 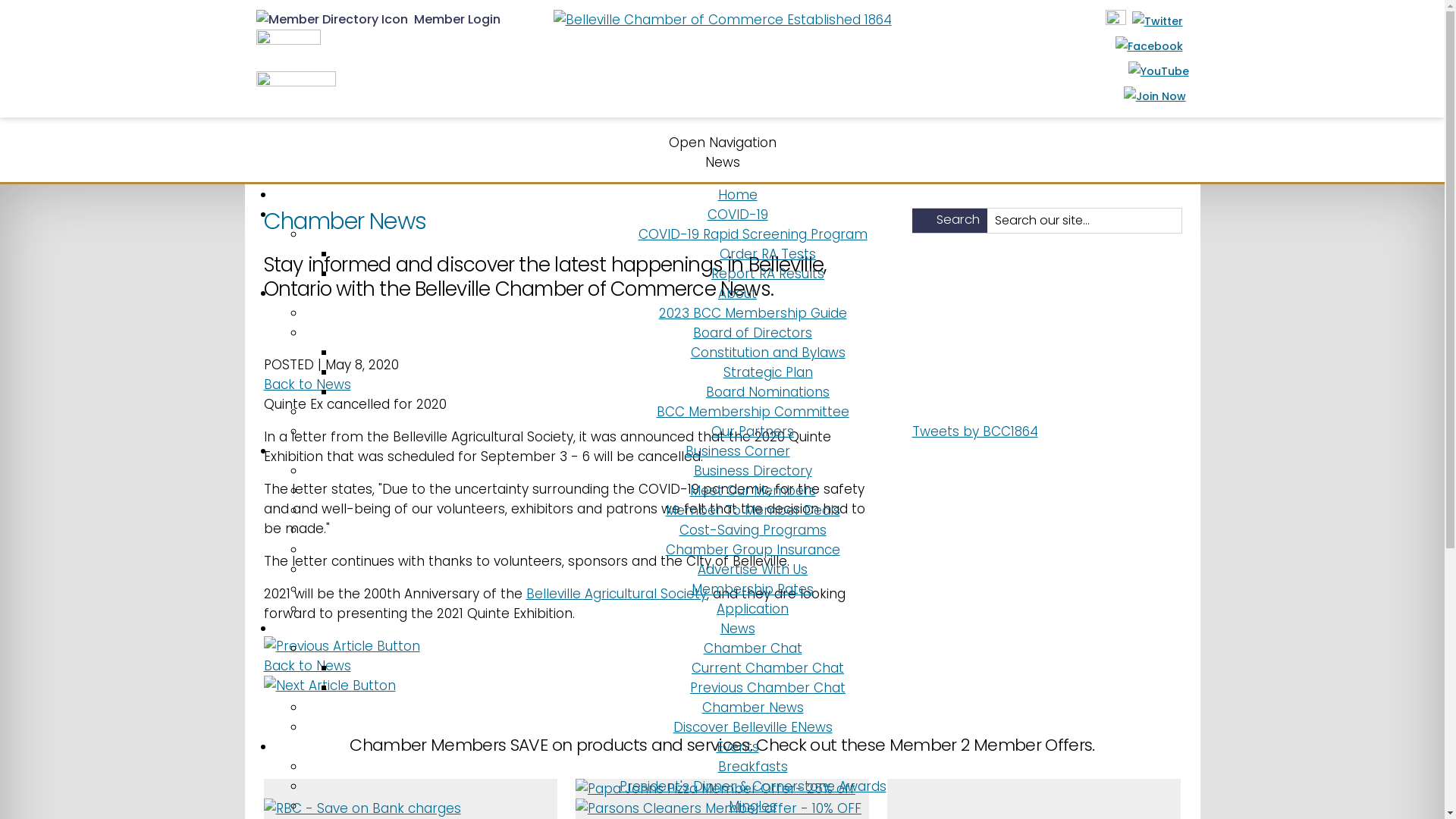 I want to click on 'Strategic Plan', so click(x=767, y=372).